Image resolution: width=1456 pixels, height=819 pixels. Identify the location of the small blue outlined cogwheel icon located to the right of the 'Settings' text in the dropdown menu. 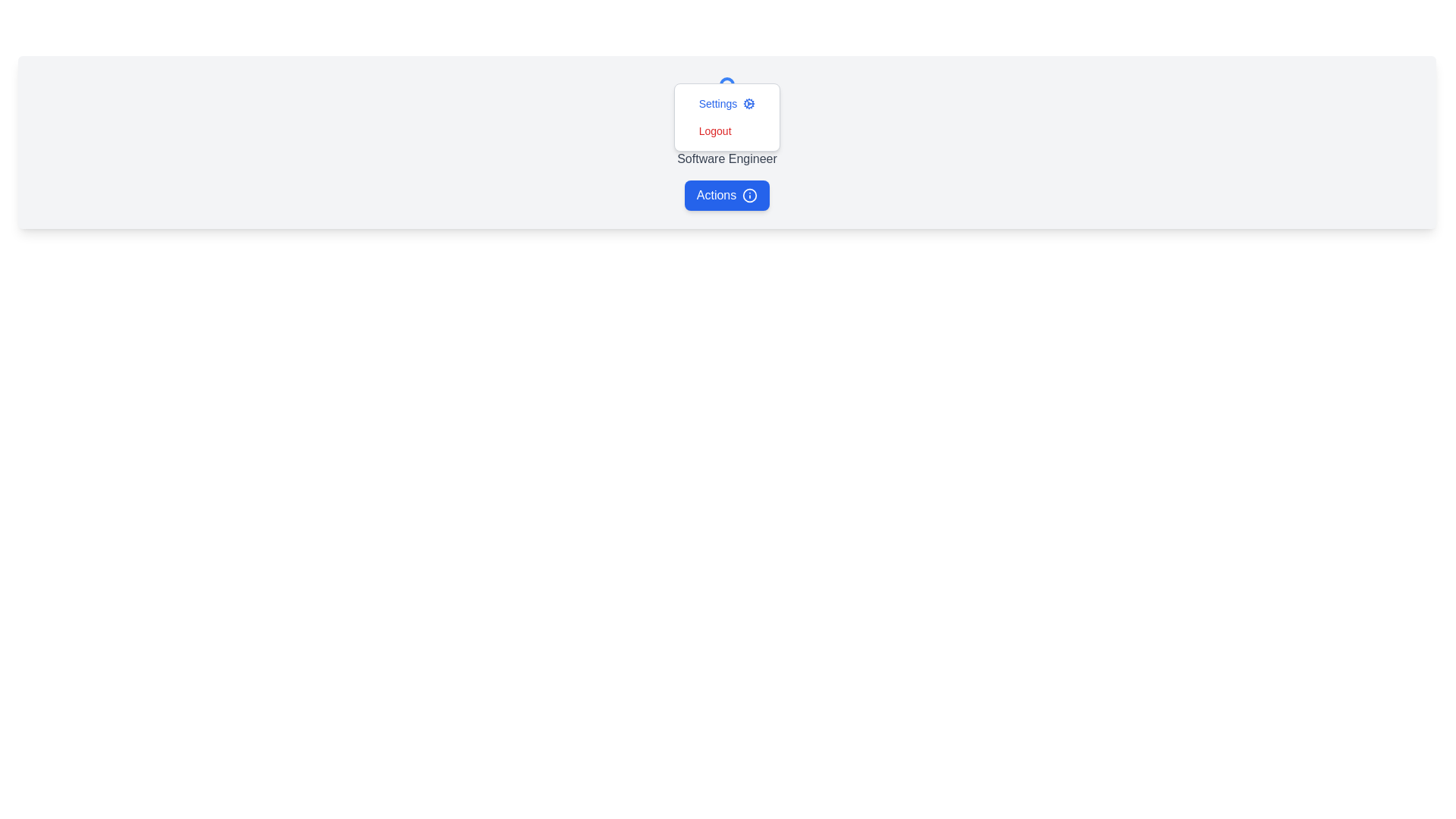
(749, 103).